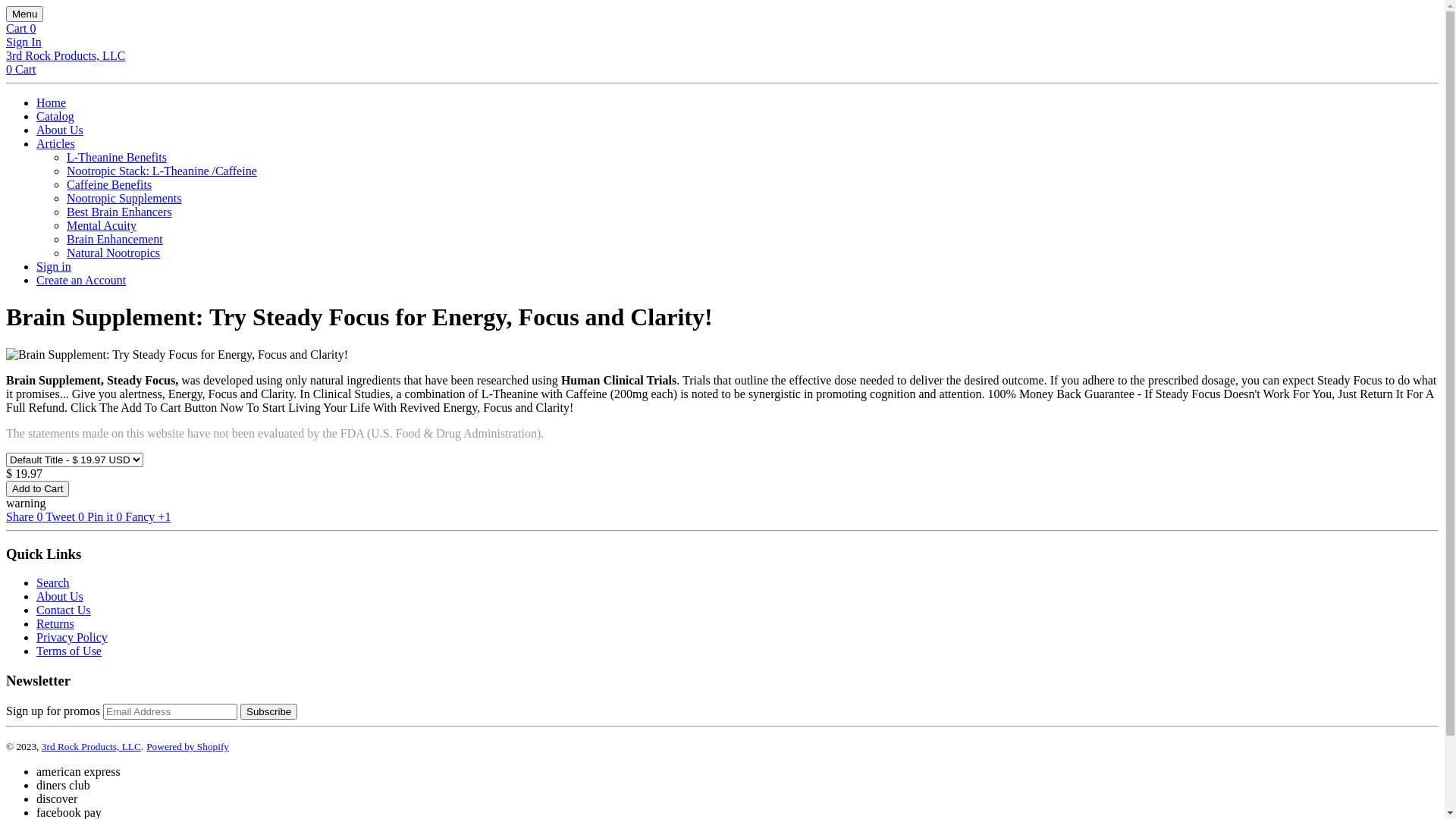 The width and height of the screenshot is (1456, 819). Describe the element at coordinates (108, 184) in the screenshot. I see `'Caffeine Benefits'` at that location.